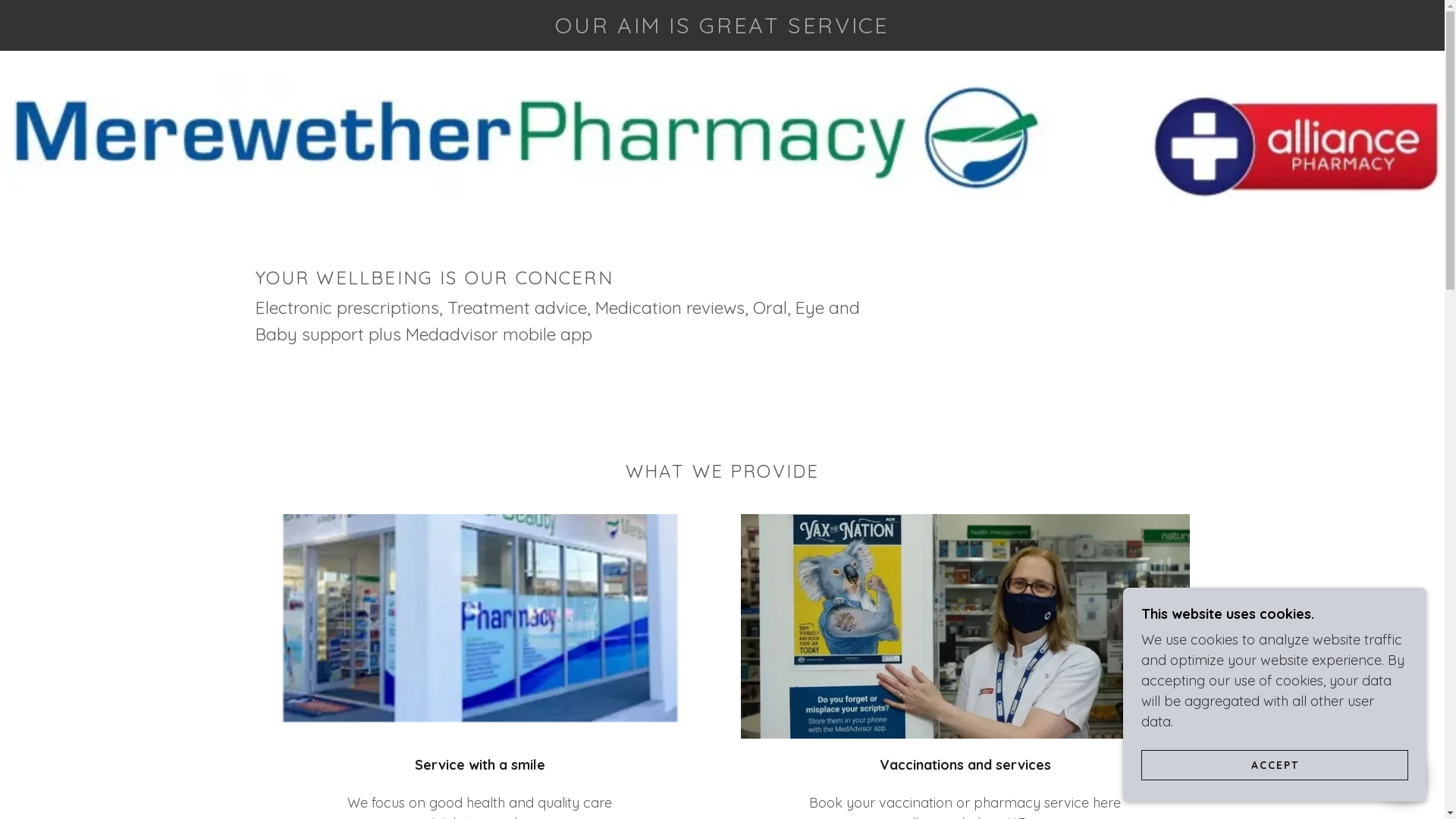 Image resolution: width=1456 pixels, height=819 pixels. What do you see at coordinates (1274, 764) in the screenshot?
I see `'ACCEPT'` at bounding box center [1274, 764].